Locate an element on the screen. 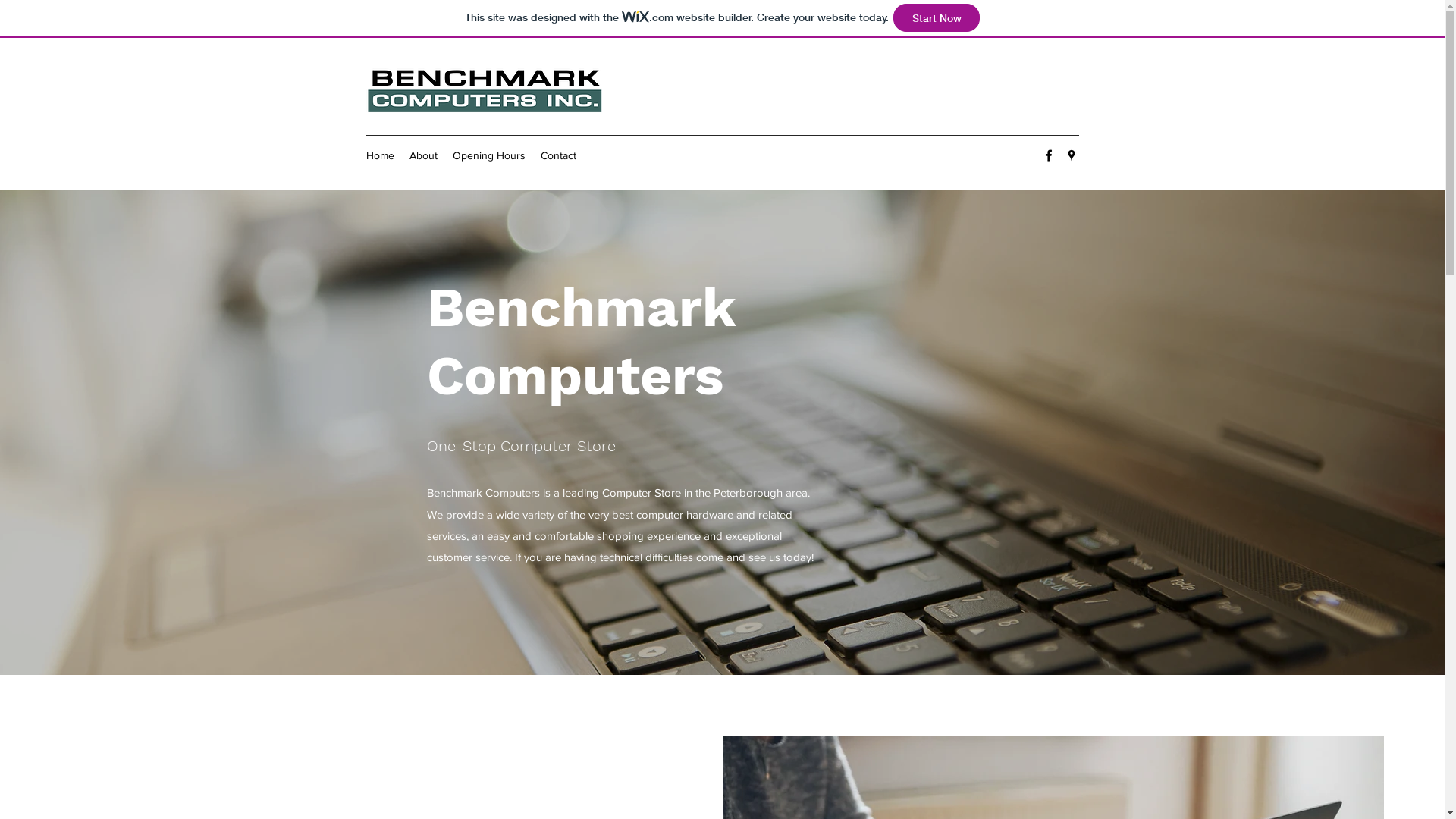 This screenshot has width=1456, height=819. 'Contact' is located at coordinates (557, 155).